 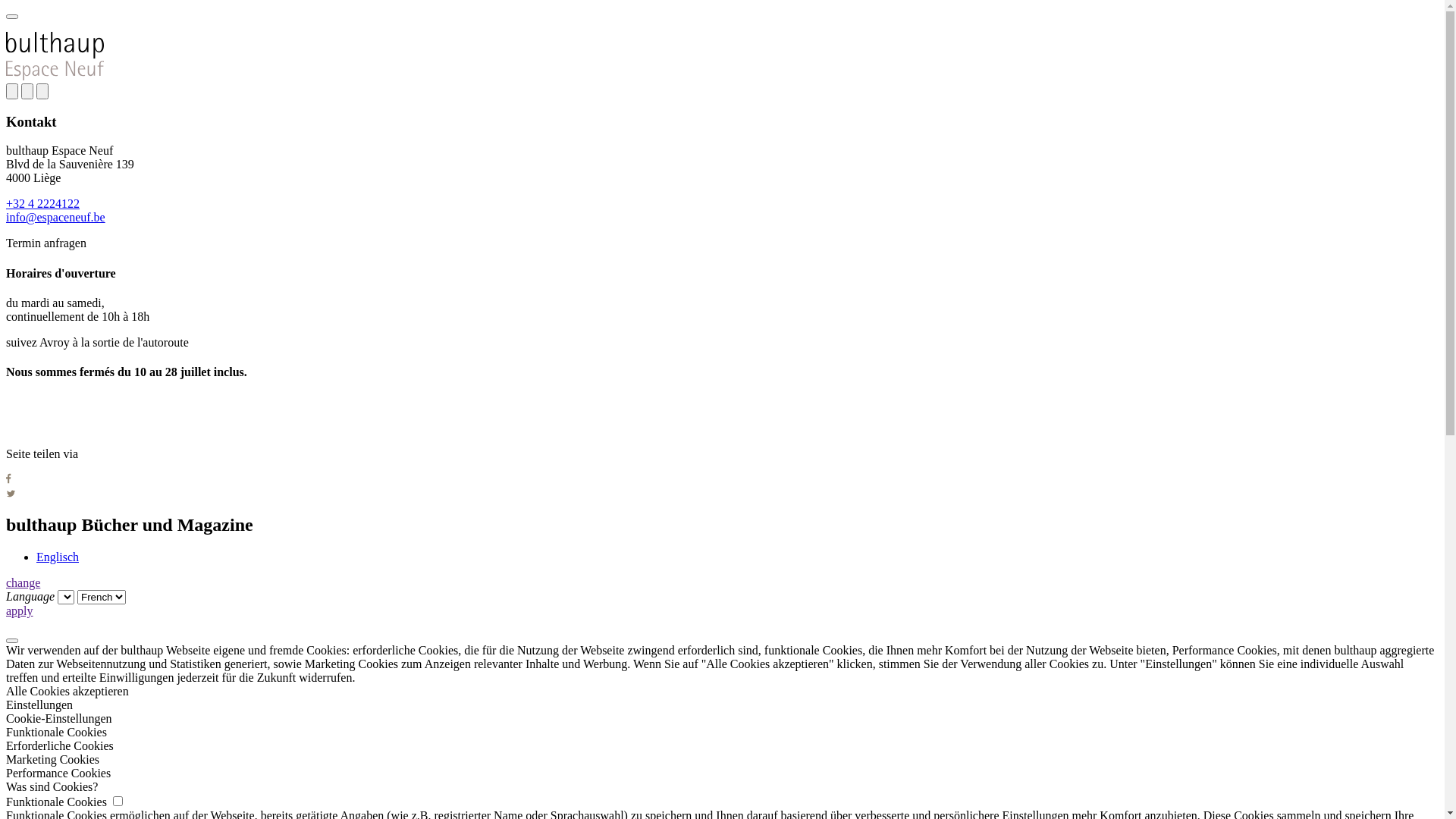 I want to click on 'Was sind Cookies?', so click(x=721, y=786).